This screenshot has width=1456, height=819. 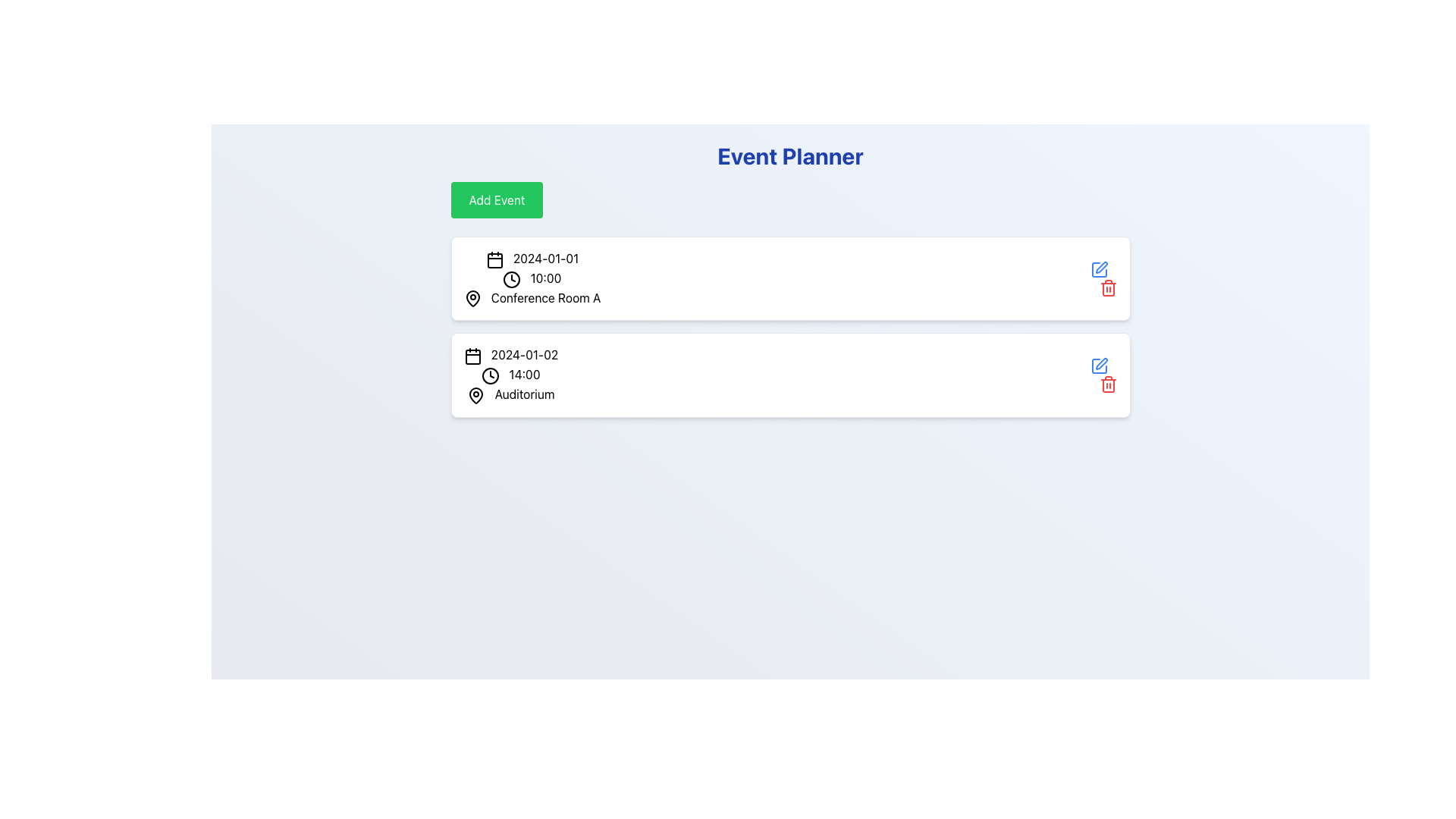 I want to click on scheduled time displayed in the text label with icon located to the right of the clock icon for the second event entry, so click(x=510, y=375).